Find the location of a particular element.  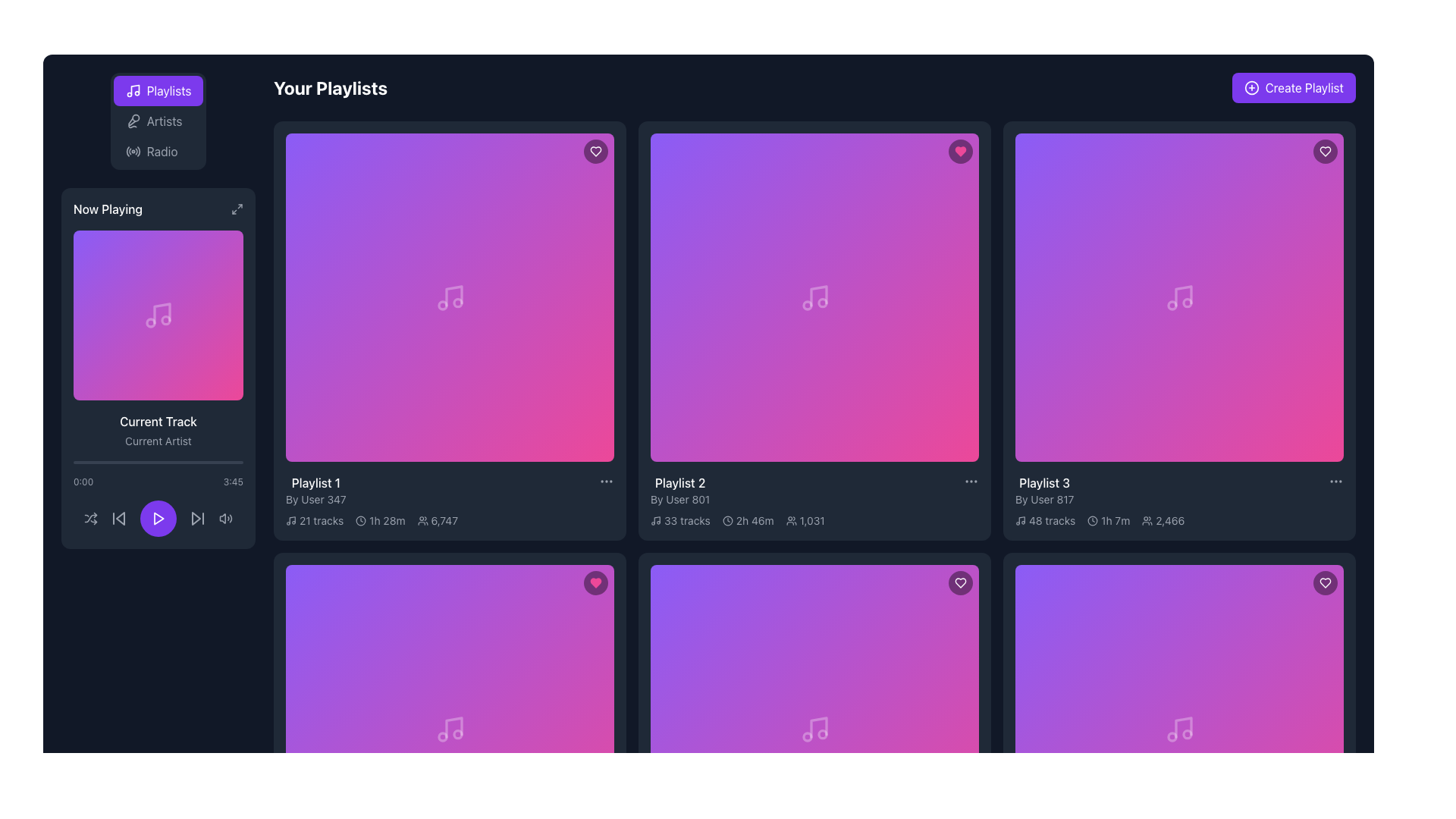

the play icon within the thumbnail of 'Playlist 1' is located at coordinates (450, 297).